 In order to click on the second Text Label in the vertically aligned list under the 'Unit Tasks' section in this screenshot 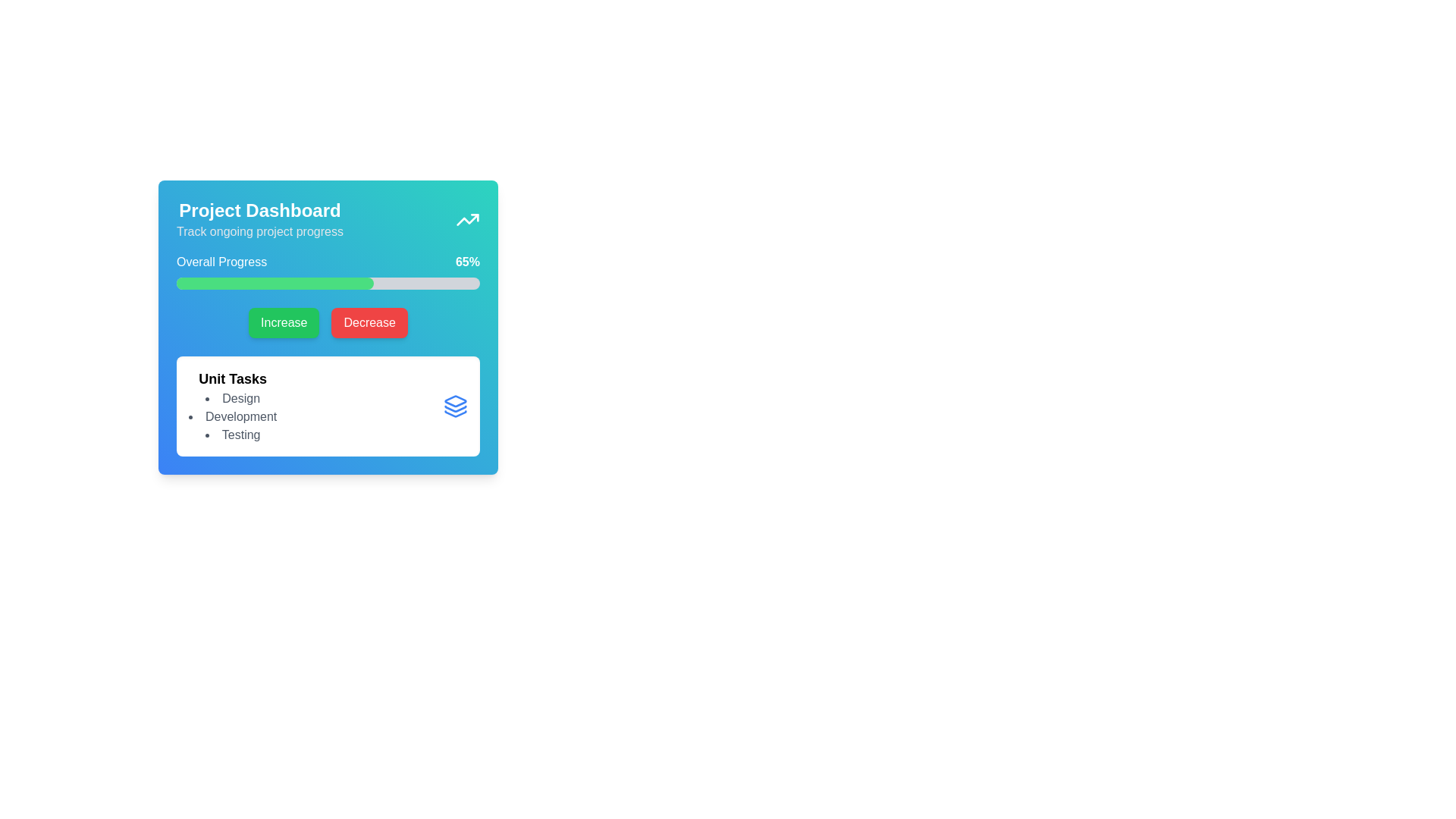, I will do `click(232, 417)`.